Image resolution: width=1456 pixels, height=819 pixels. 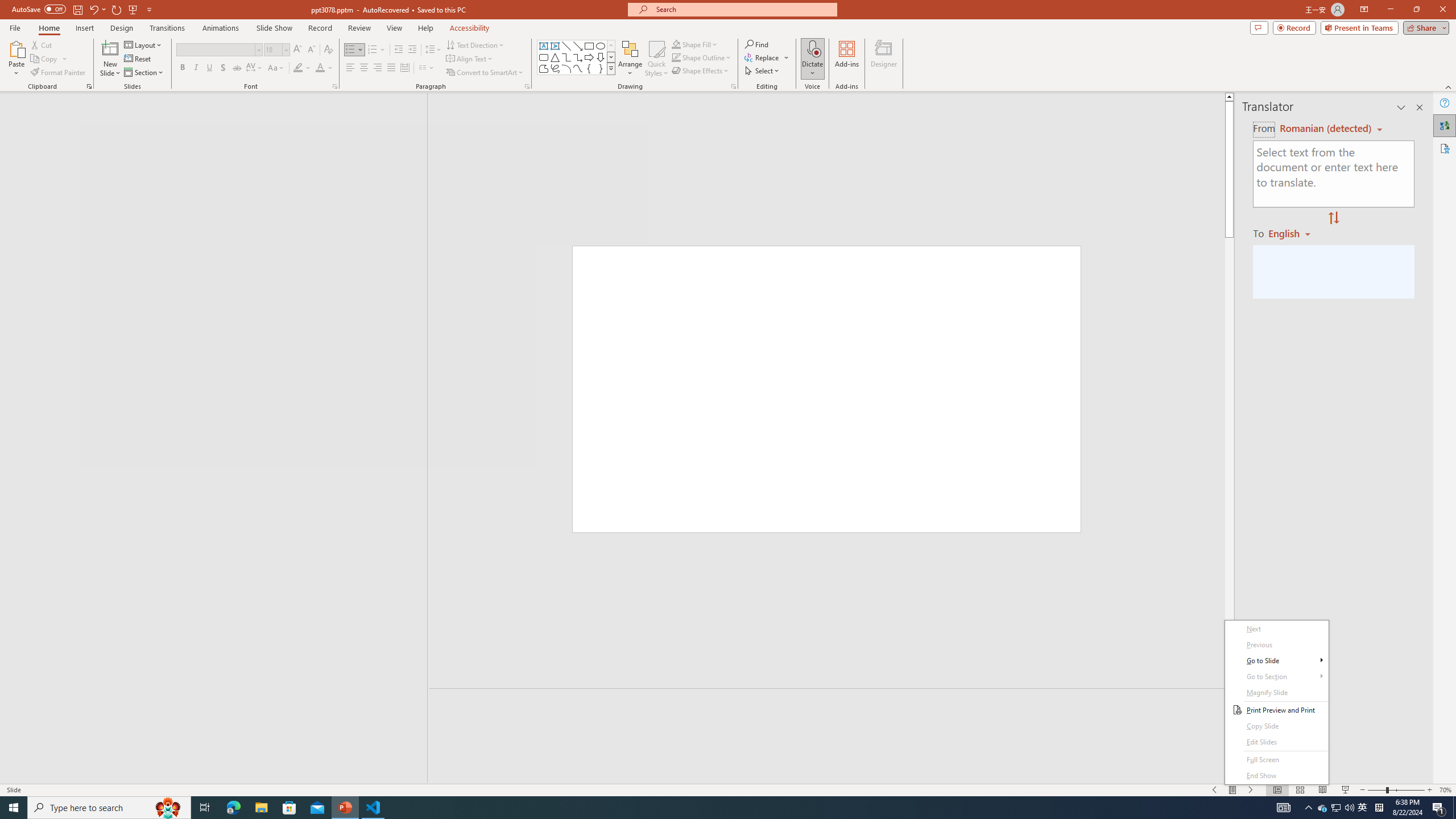 I want to click on 'Print Preview and Print', so click(x=1277, y=710).